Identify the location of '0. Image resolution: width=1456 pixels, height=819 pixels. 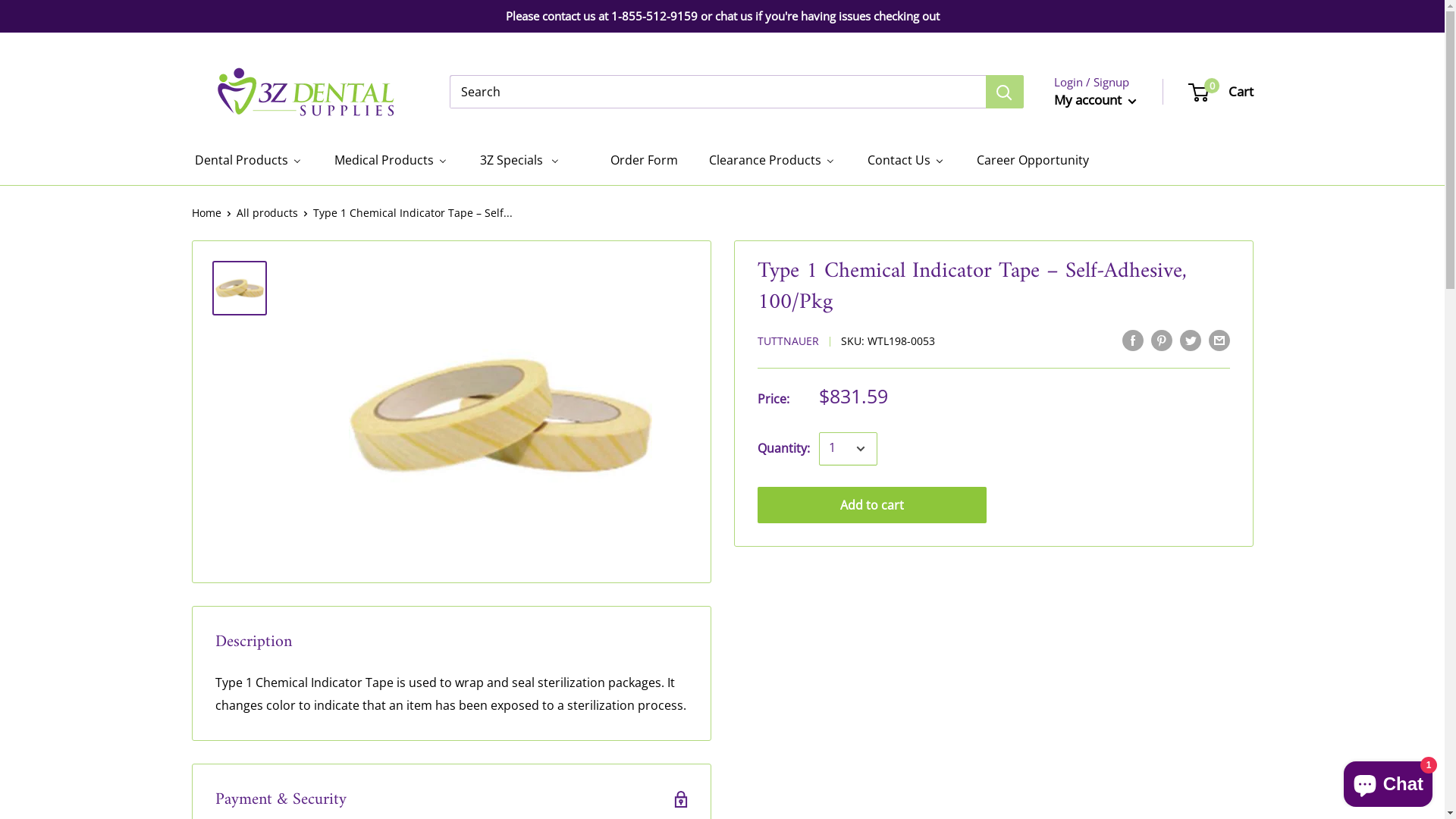
(1188, 91).